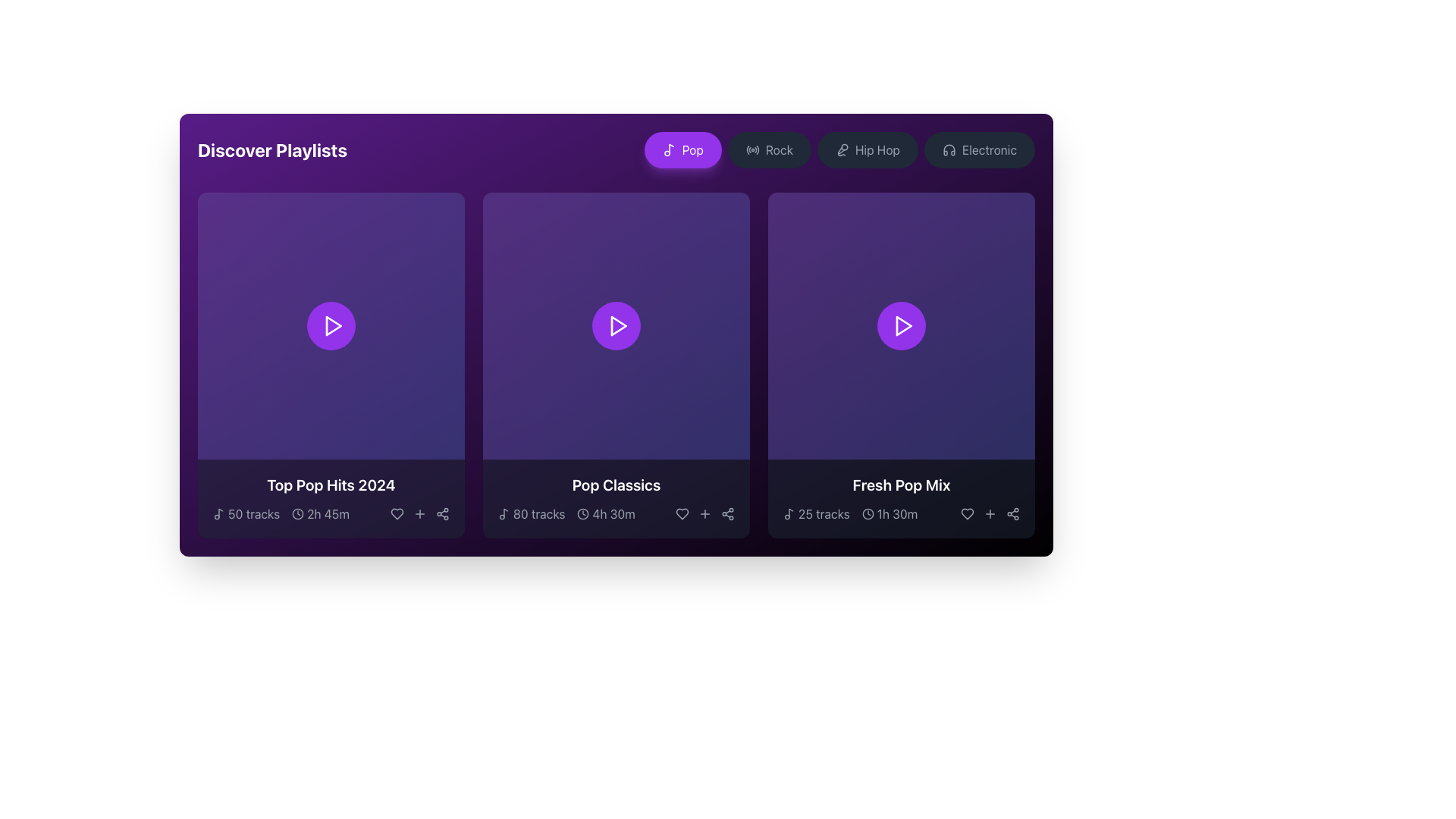 This screenshot has width=1456, height=819. What do you see at coordinates (902, 499) in the screenshot?
I see `the interactive components related to the 'Fresh Pop Mix' playlist information displayed in the bottom-right corner of its card` at bounding box center [902, 499].